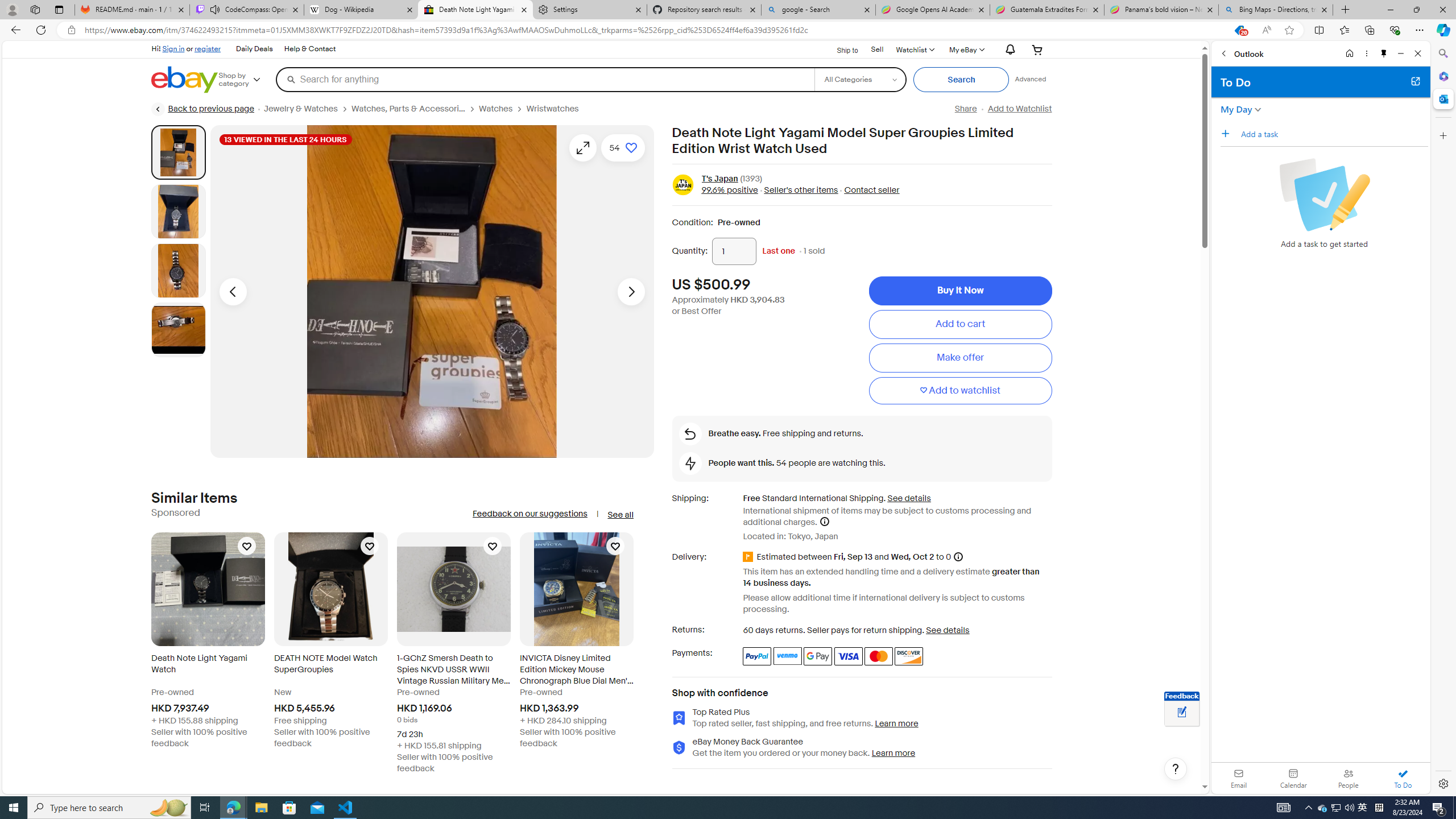  Describe the element at coordinates (232, 291) in the screenshot. I see `'Previous image - Item images thumbnails'` at that location.